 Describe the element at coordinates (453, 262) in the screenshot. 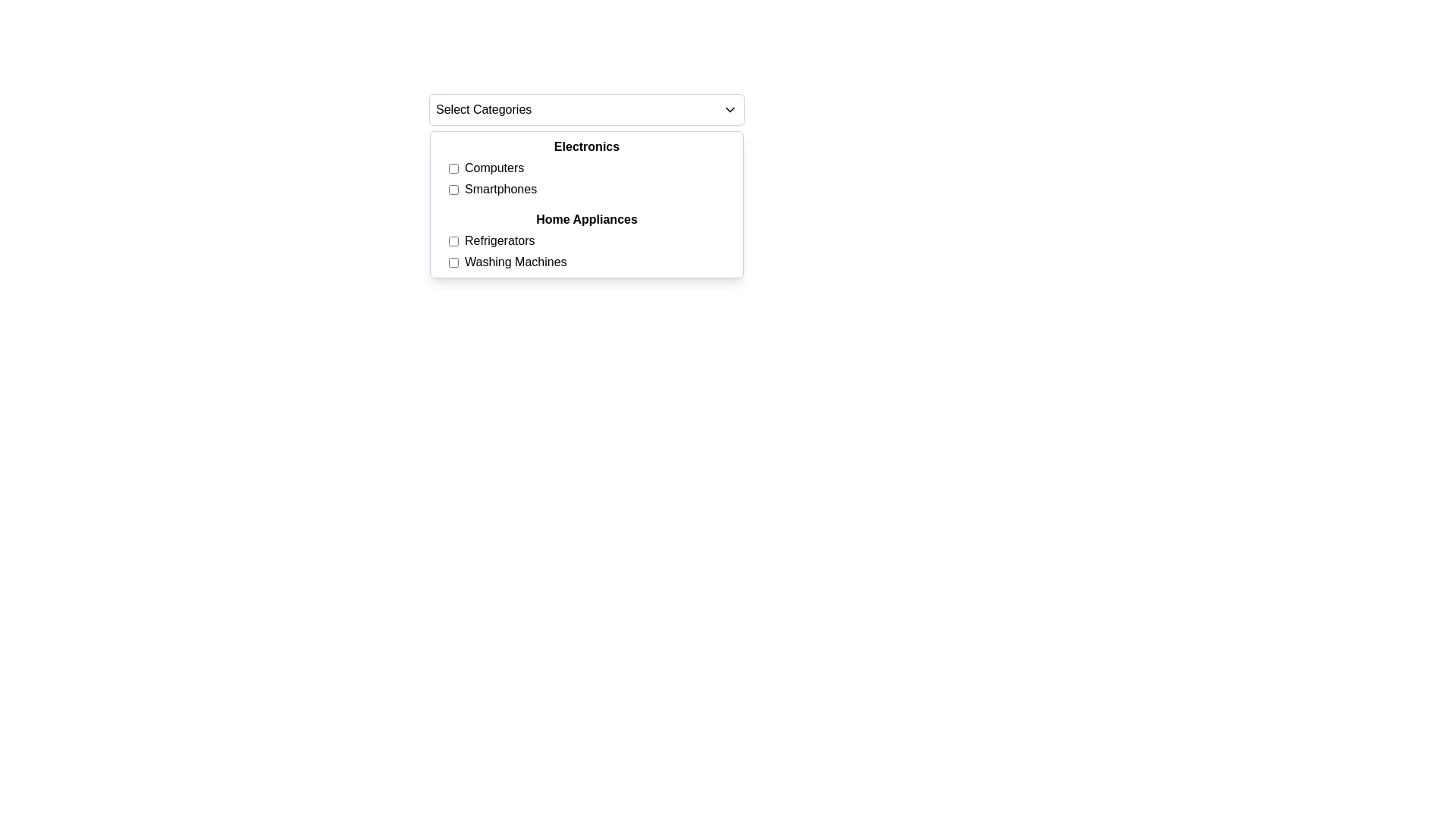

I see `the 'Washing Machines' checkbox using keyboard tab navigation` at that location.